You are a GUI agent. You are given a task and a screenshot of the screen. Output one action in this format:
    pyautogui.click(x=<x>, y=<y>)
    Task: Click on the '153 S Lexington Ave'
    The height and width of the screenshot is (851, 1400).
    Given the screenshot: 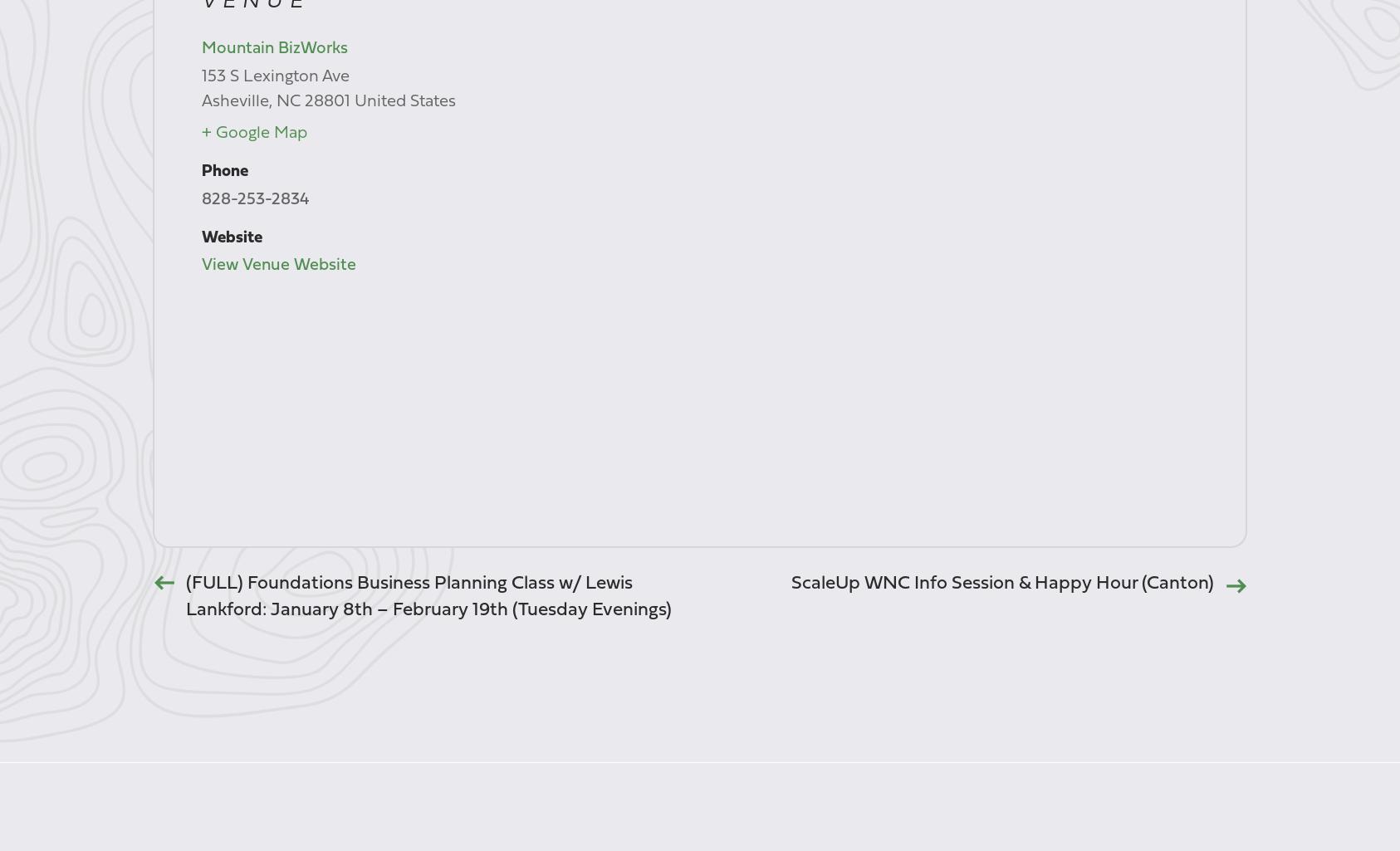 What is the action you would take?
    pyautogui.click(x=273, y=76)
    